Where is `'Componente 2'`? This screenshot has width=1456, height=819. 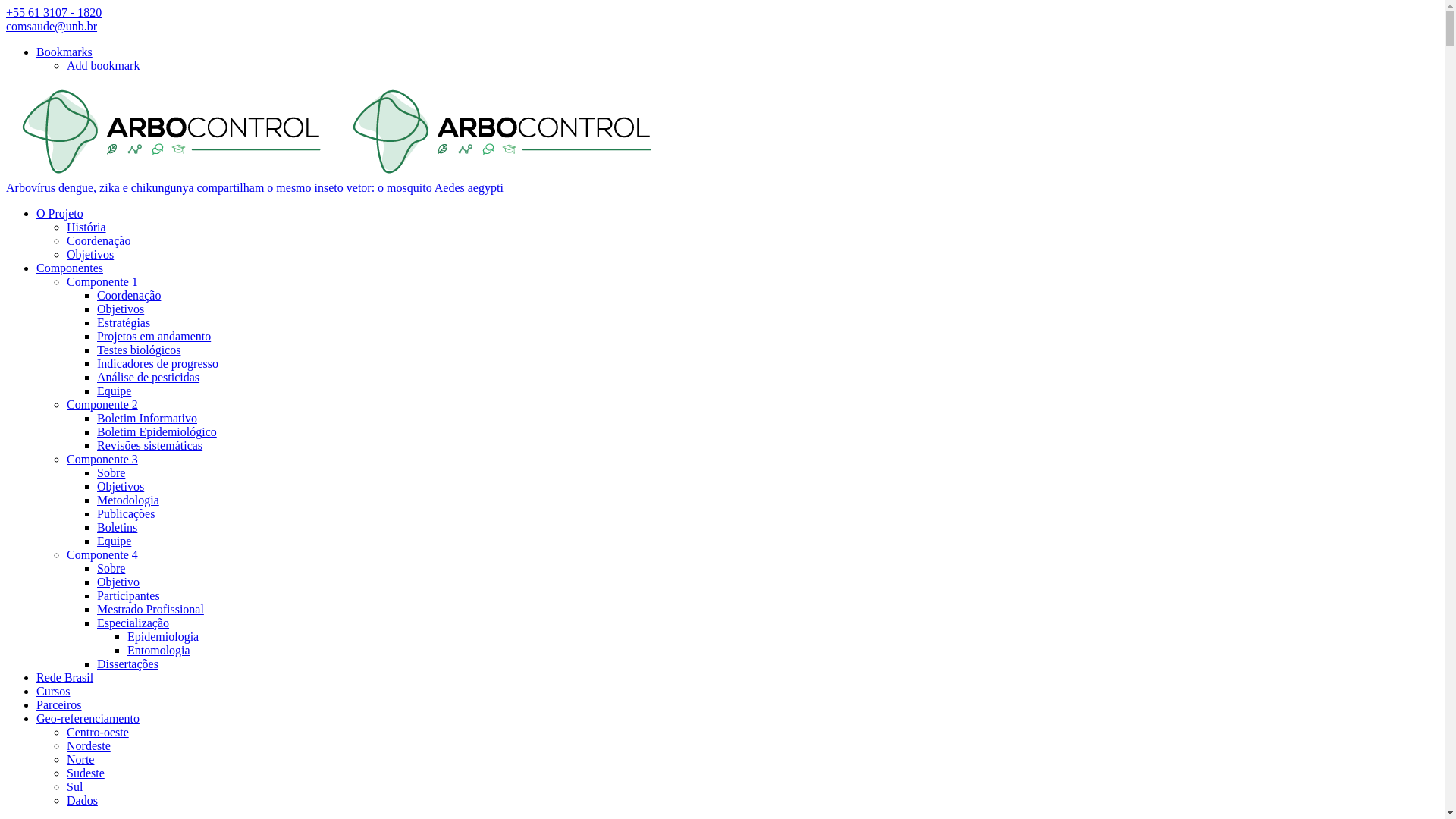 'Componente 2' is located at coordinates (101, 403).